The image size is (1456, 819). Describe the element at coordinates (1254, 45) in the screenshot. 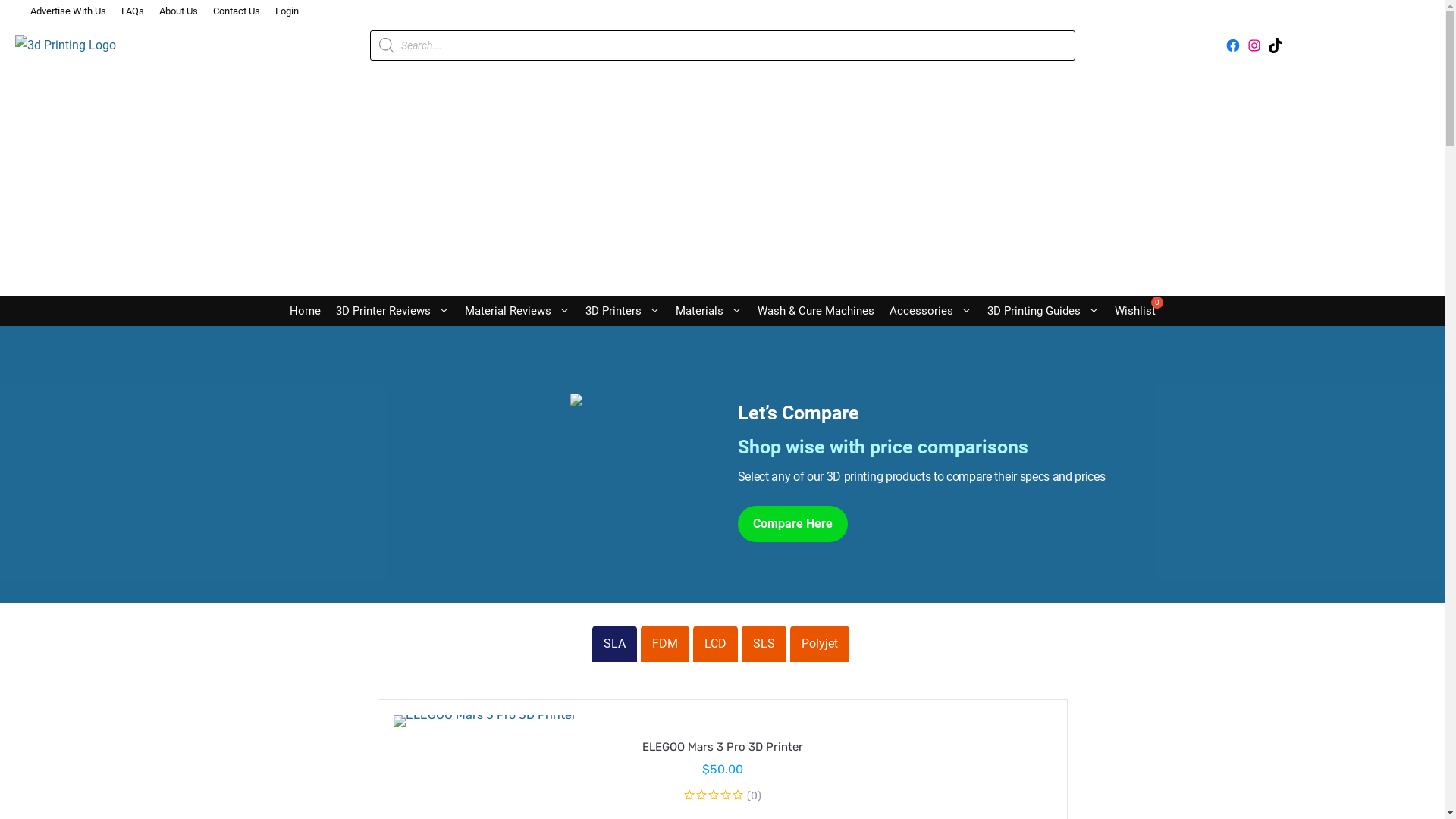

I see `'Instagram'` at that location.